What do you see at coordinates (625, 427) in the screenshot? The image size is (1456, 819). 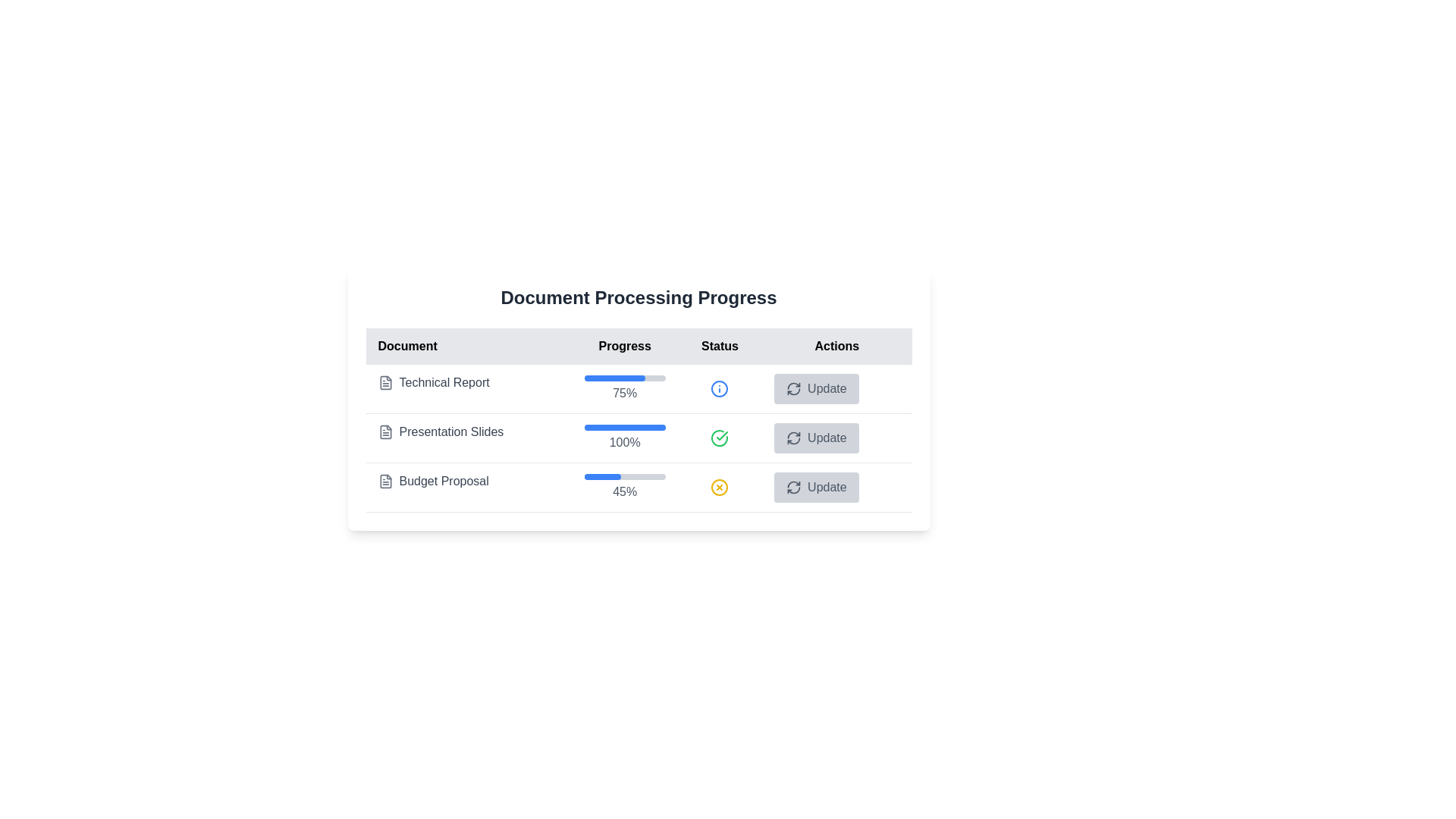 I see `the progress bar associated with the 'Presentation Slides' entry in the 'Progress' column to potentially view tooltips` at bounding box center [625, 427].